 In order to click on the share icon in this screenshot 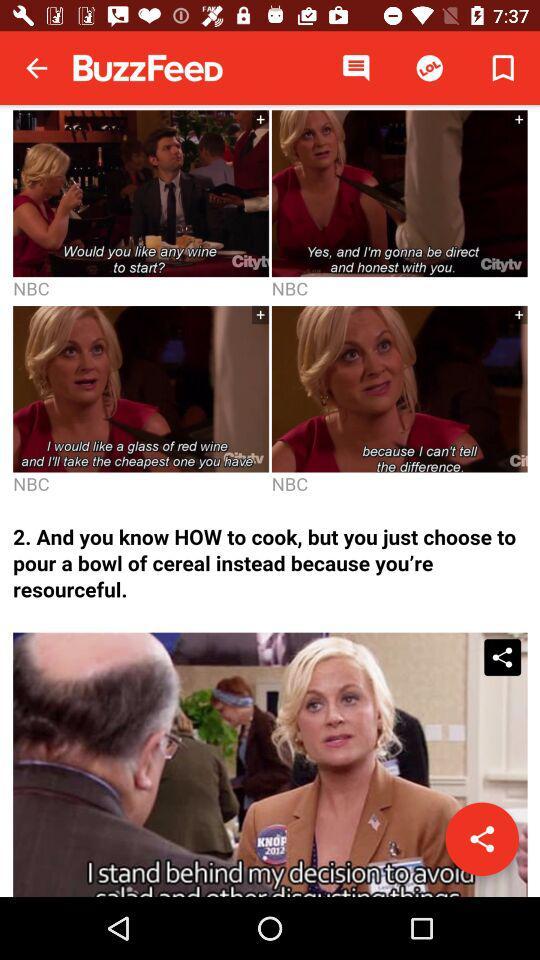, I will do `click(481, 839)`.